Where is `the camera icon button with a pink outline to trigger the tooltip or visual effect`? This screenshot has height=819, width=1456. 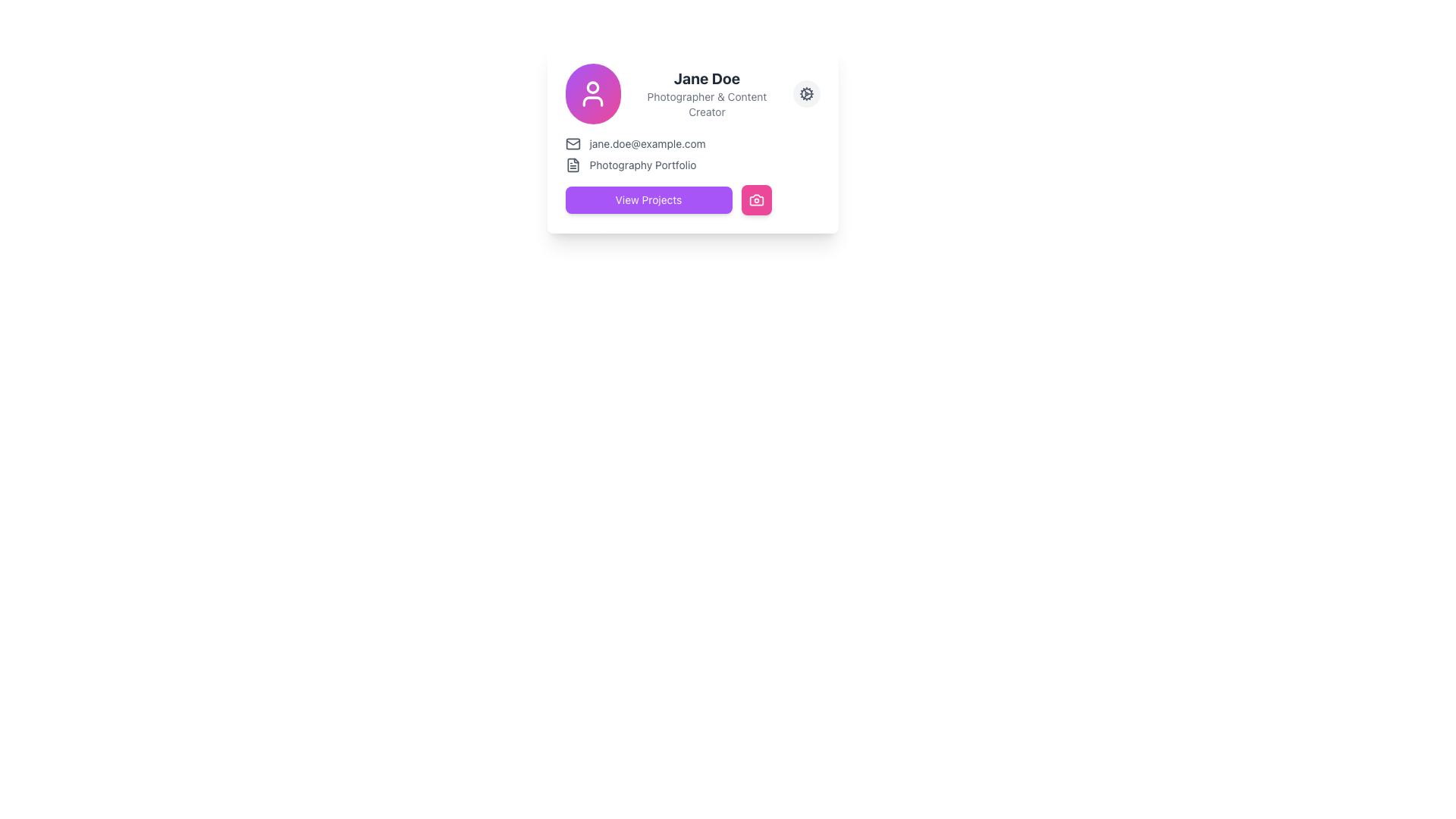 the camera icon button with a pink outline to trigger the tooltip or visual effect is located at coordinates (756, 199).